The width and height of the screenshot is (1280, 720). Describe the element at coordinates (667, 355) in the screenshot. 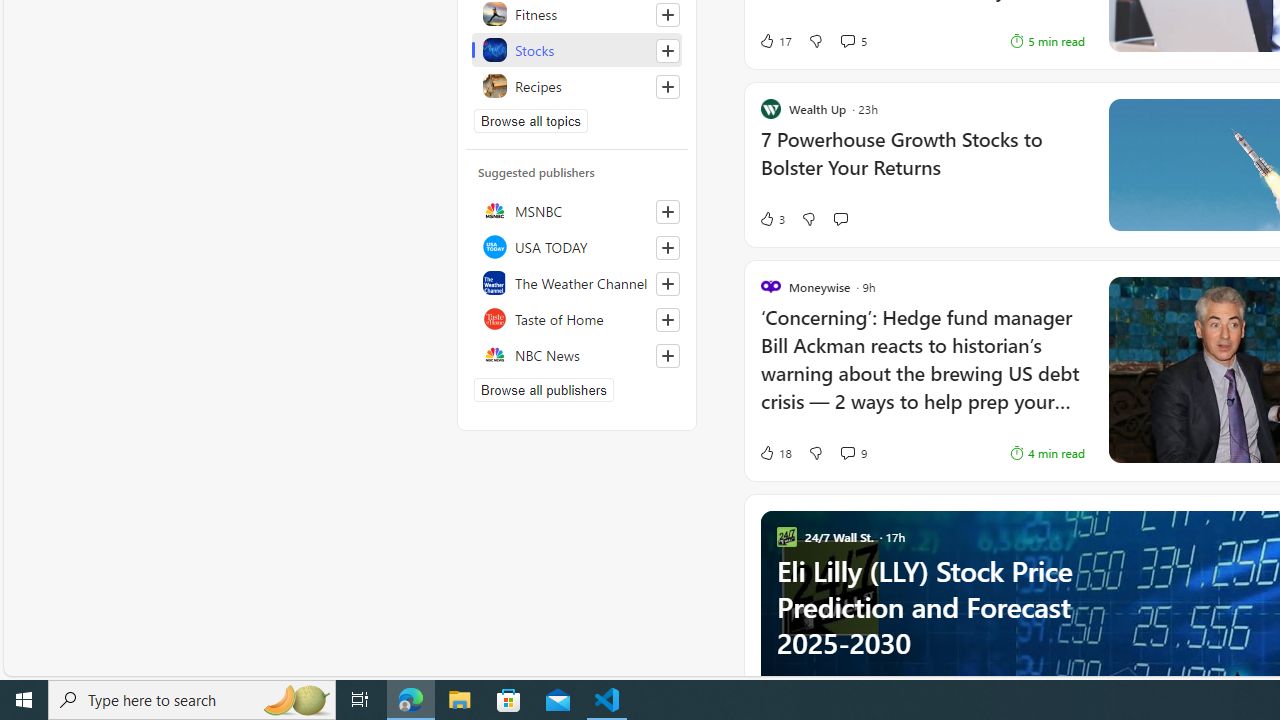

I see `'Follow this source'` at that location.